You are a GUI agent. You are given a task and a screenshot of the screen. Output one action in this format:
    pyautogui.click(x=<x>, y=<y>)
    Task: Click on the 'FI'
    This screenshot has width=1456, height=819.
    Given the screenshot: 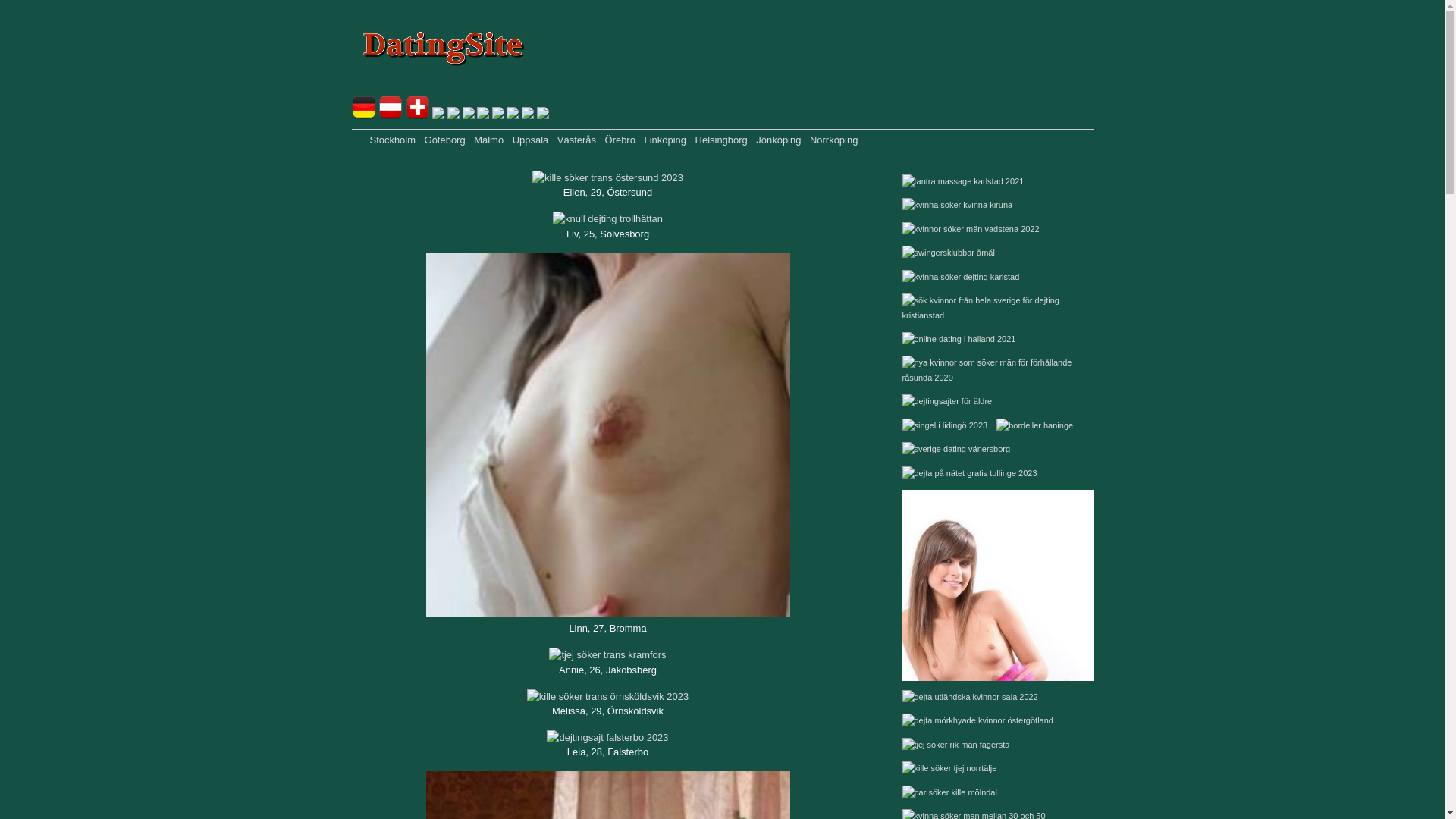 What is the action you would take?
    pyautogui.click(x=513, y=115)
    